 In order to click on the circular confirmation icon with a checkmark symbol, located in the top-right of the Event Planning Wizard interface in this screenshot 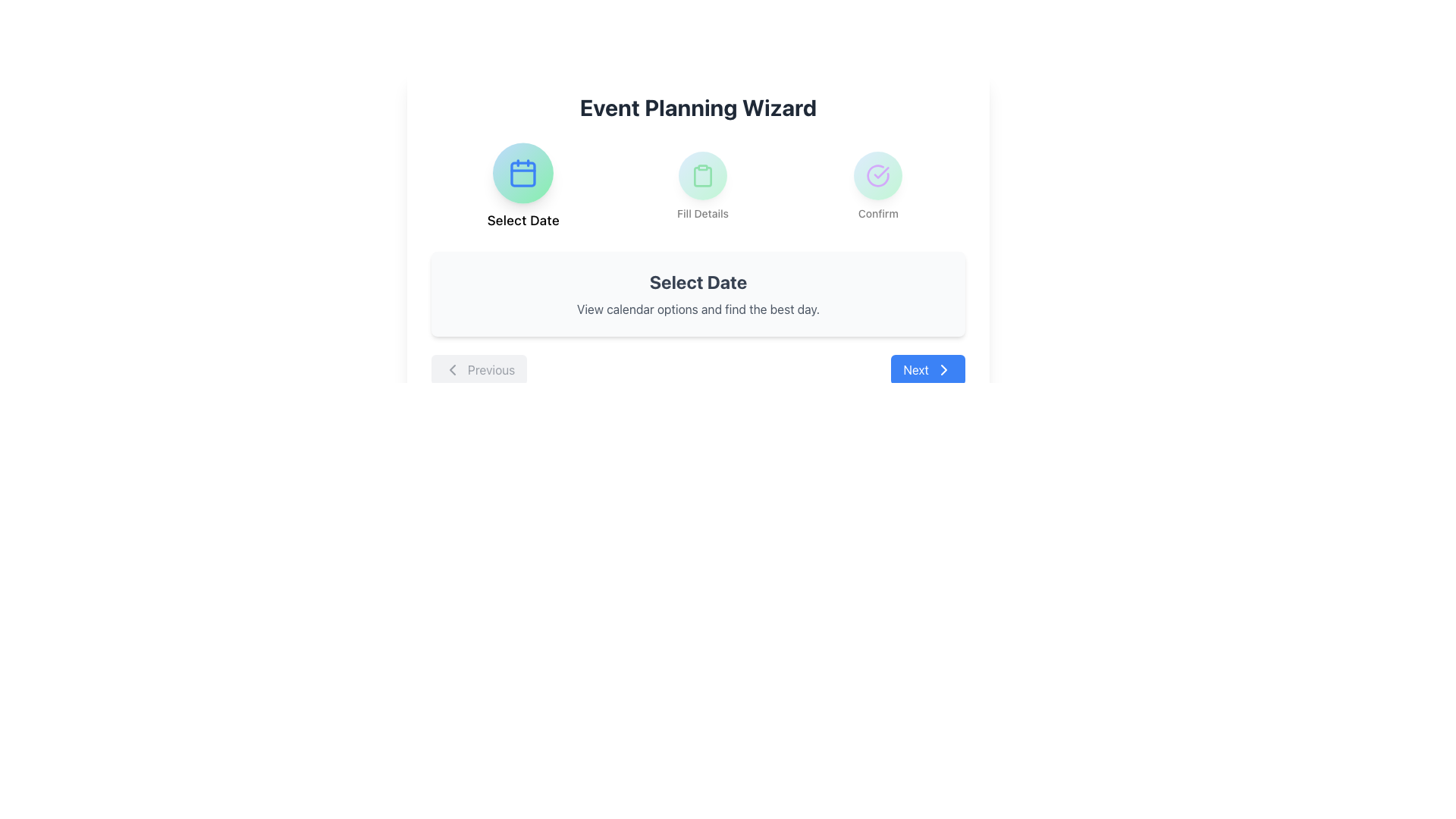, I will do `click(878, 174)`.